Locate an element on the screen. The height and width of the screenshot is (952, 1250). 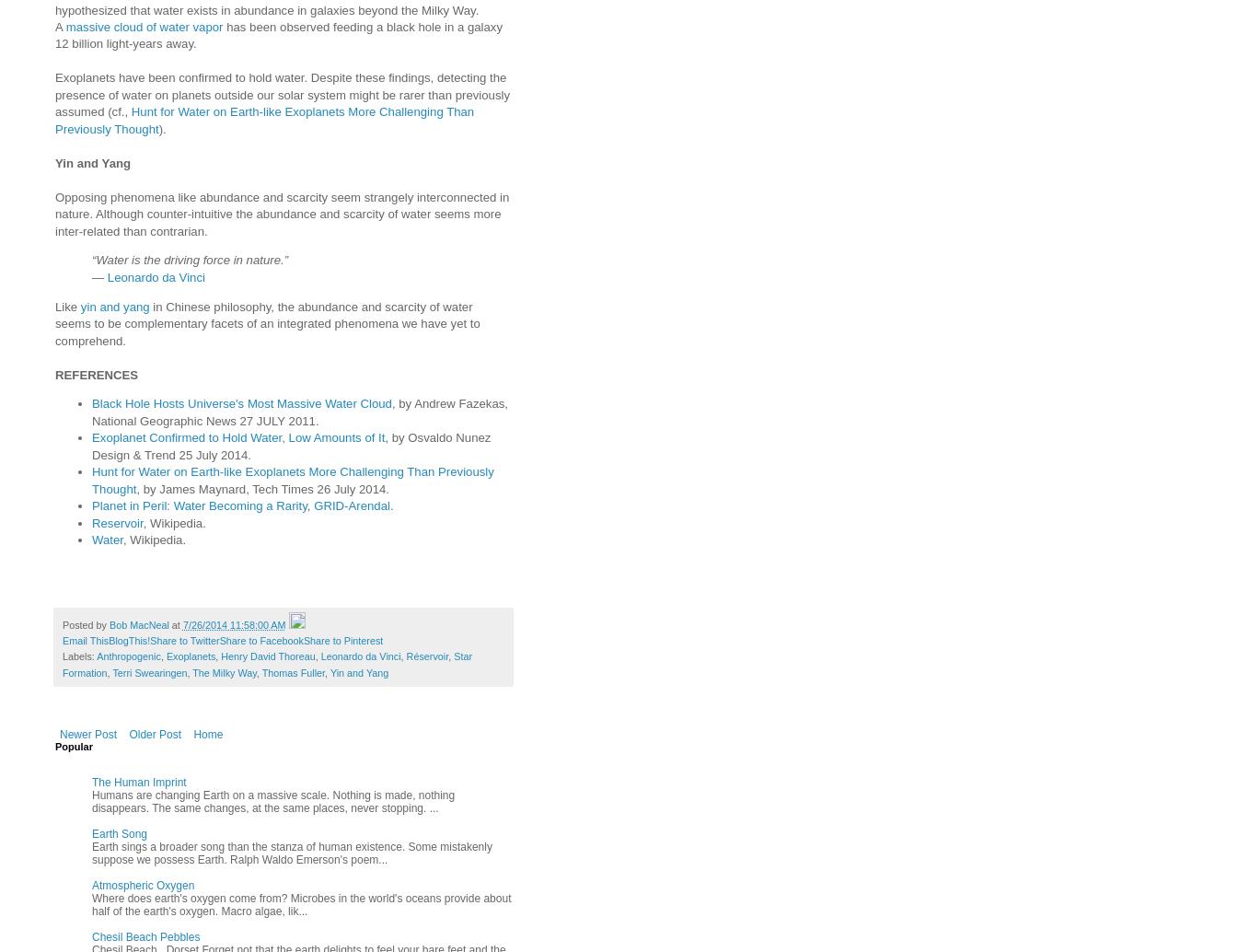
'Popular' is located at coordinates (73, 745).